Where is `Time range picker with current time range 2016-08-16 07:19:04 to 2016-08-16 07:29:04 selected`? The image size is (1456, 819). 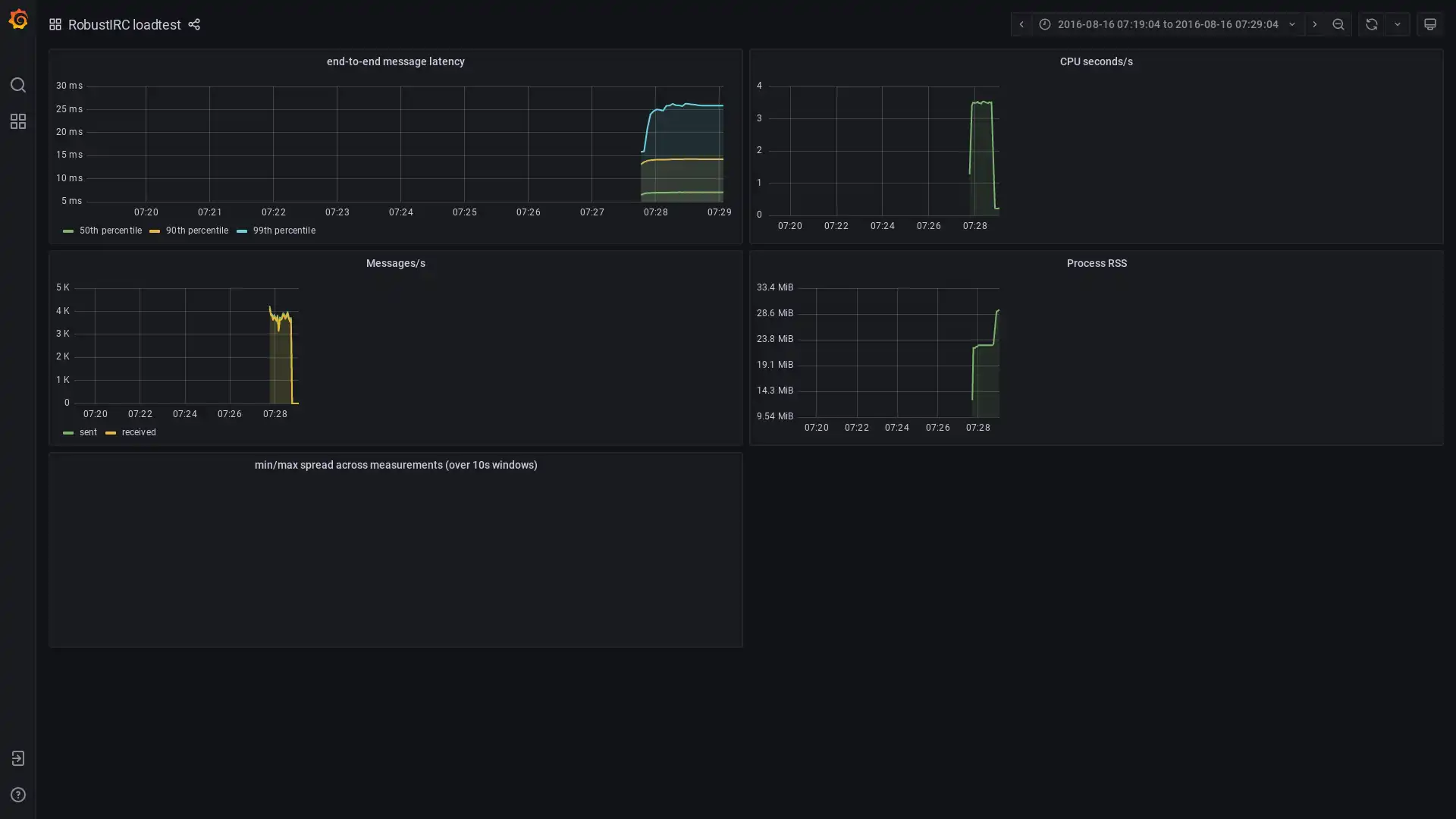
Time range picker with current time range 2016-08-16 07:19:04 to 2016-08-16 07:29:04 selected is located at coordinates (1166, 24).